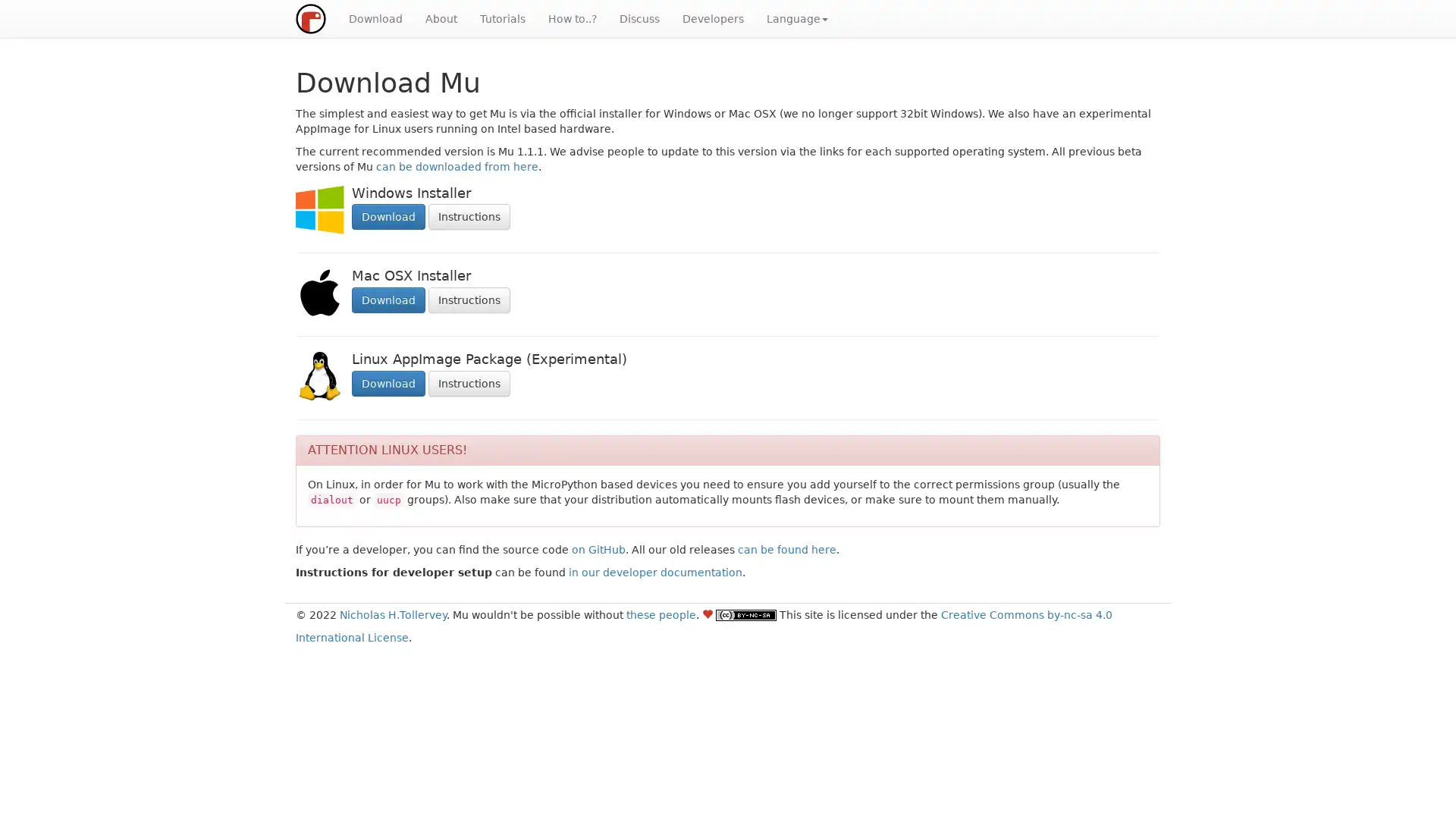 The width and height of the screenshot is (1456, 819). What do you see at coordinates (469, 382) in the screenshot?
I see `Instructions` at bounding box center [469, 382].